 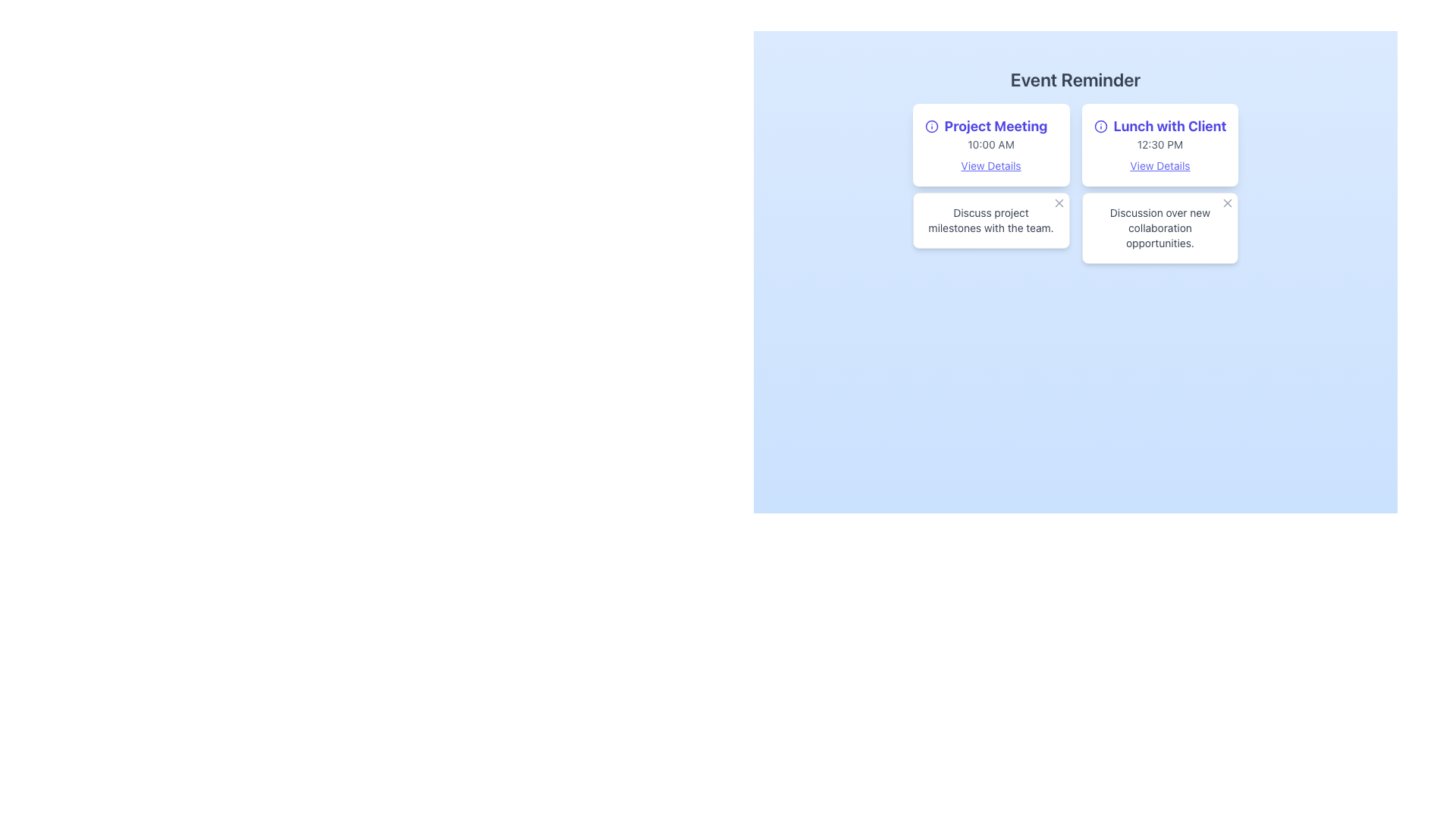 I want to click on the circular icon with a bold outline located to the left of the text 'Project Meeting' in the top-left corner of the meeting card, so click(x=930, y=125).